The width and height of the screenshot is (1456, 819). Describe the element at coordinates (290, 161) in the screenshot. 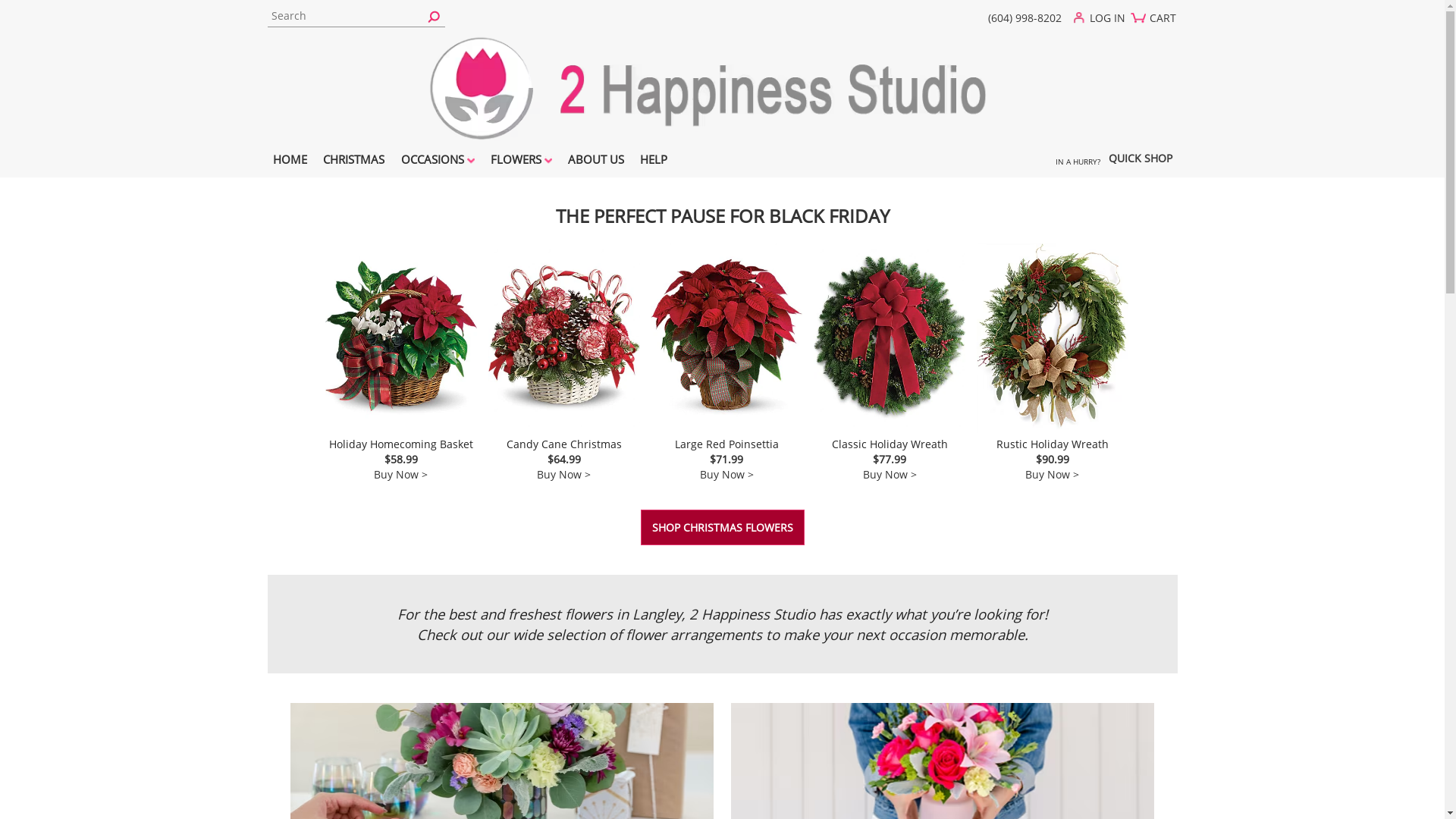

I see `'HOME'` at that location.